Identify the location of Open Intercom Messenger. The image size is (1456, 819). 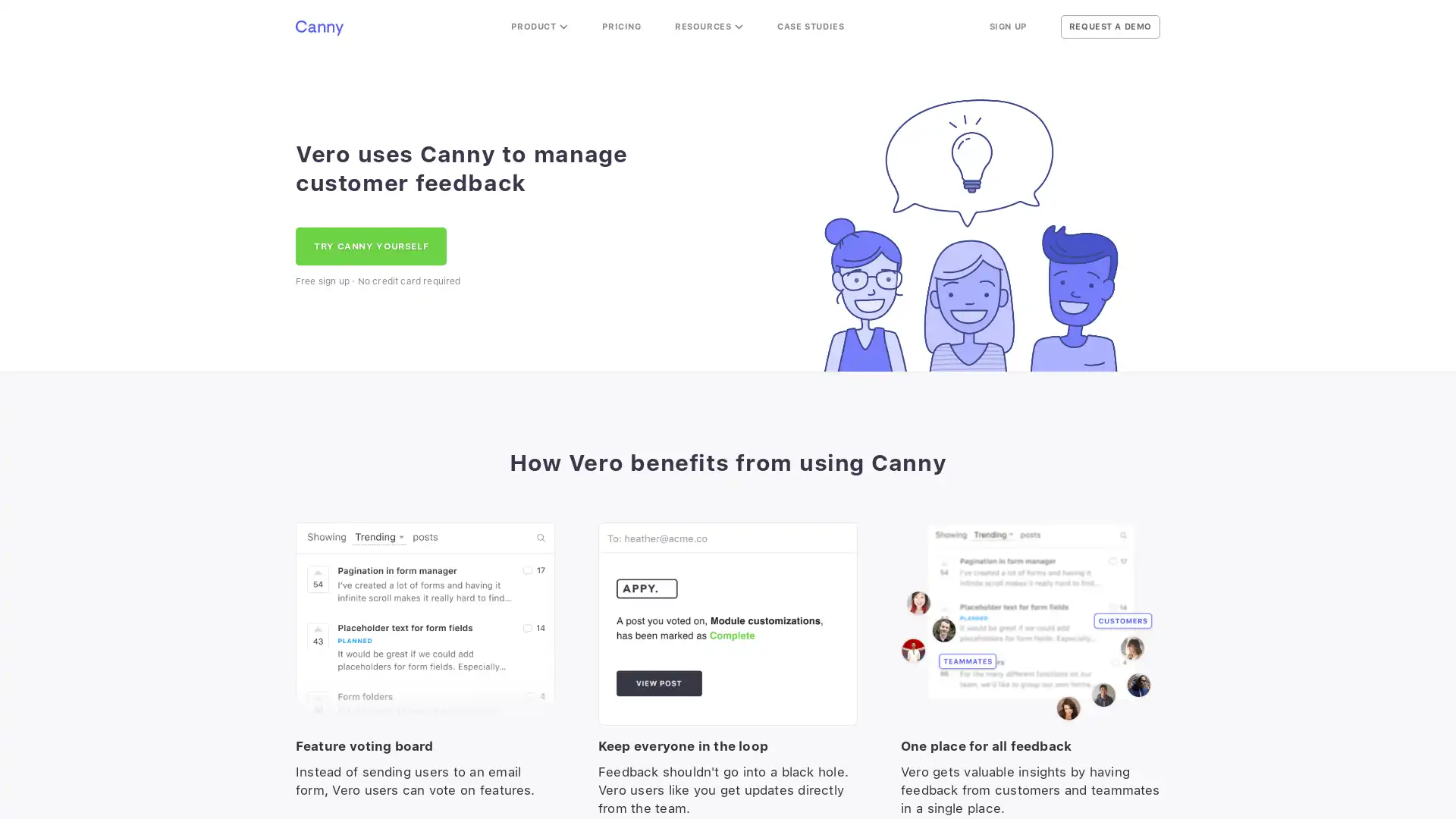
(1417, 780).